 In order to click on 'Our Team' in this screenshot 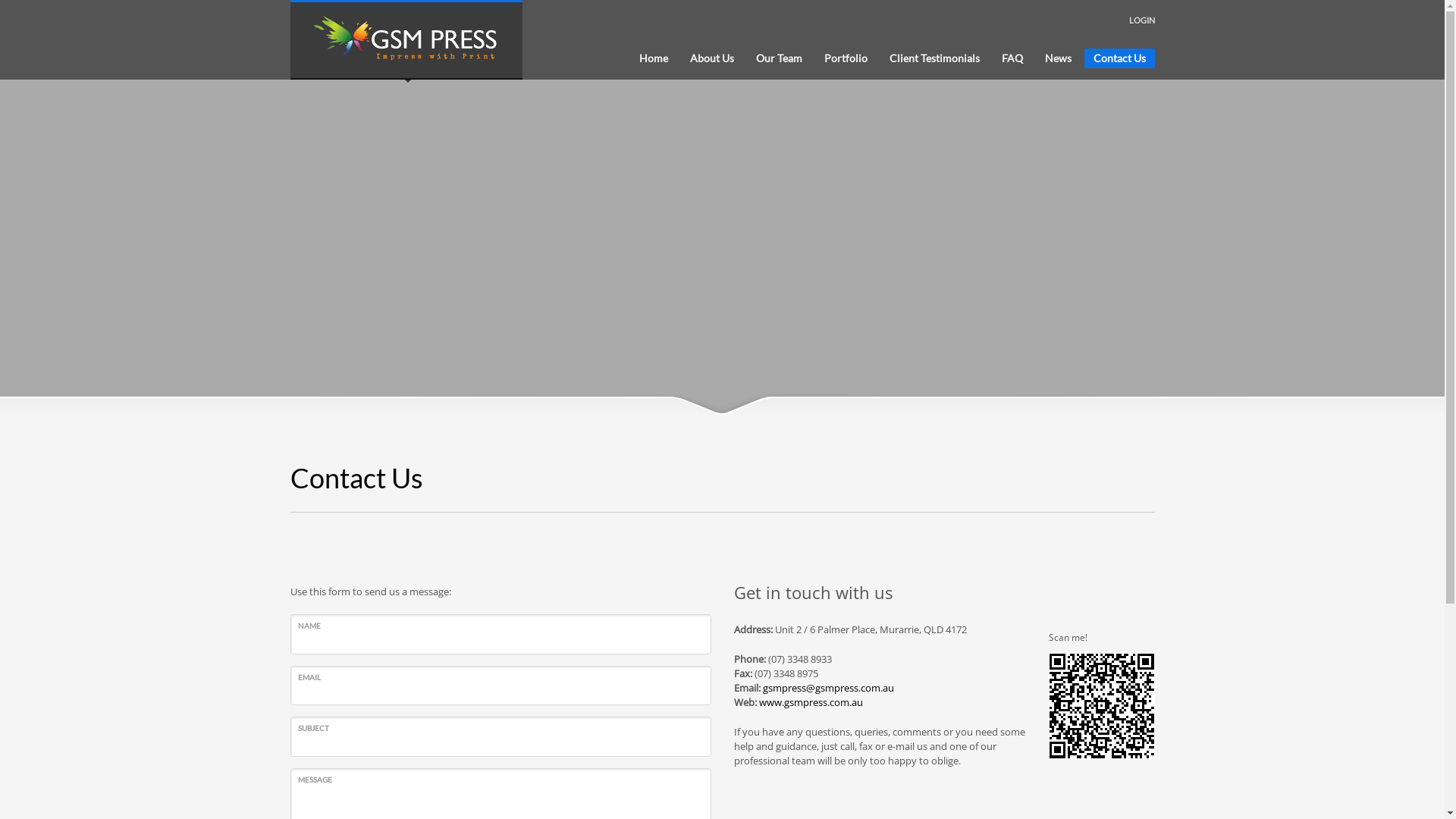, I will do `click(778, 58)`.